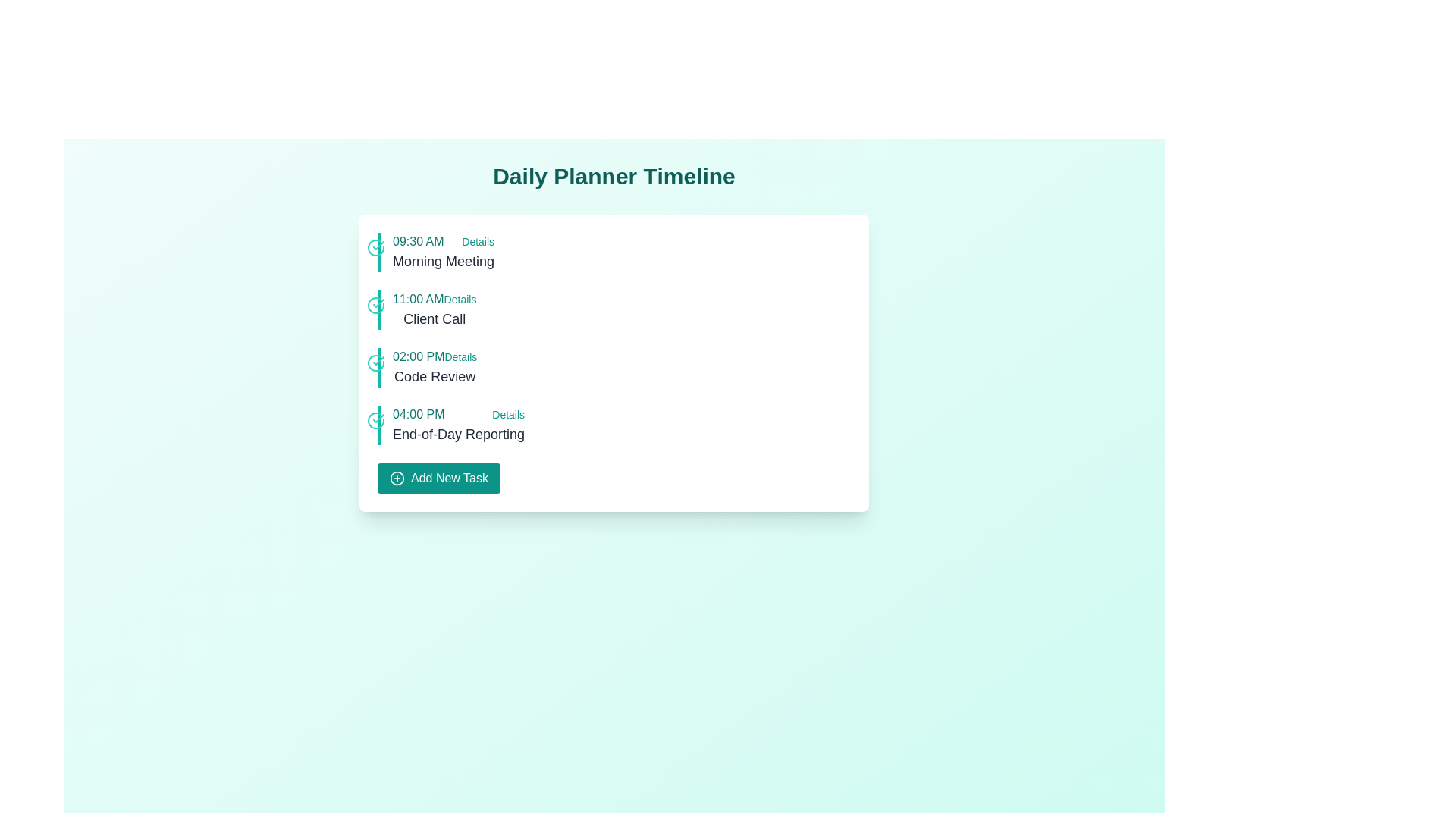 The width and height of the screenshot is (1456, 819). I want to click on the hyperlink labeled 'Details' located to the right of '02:00 PM' in the third position of the scheduled items list, so click(460, 356).